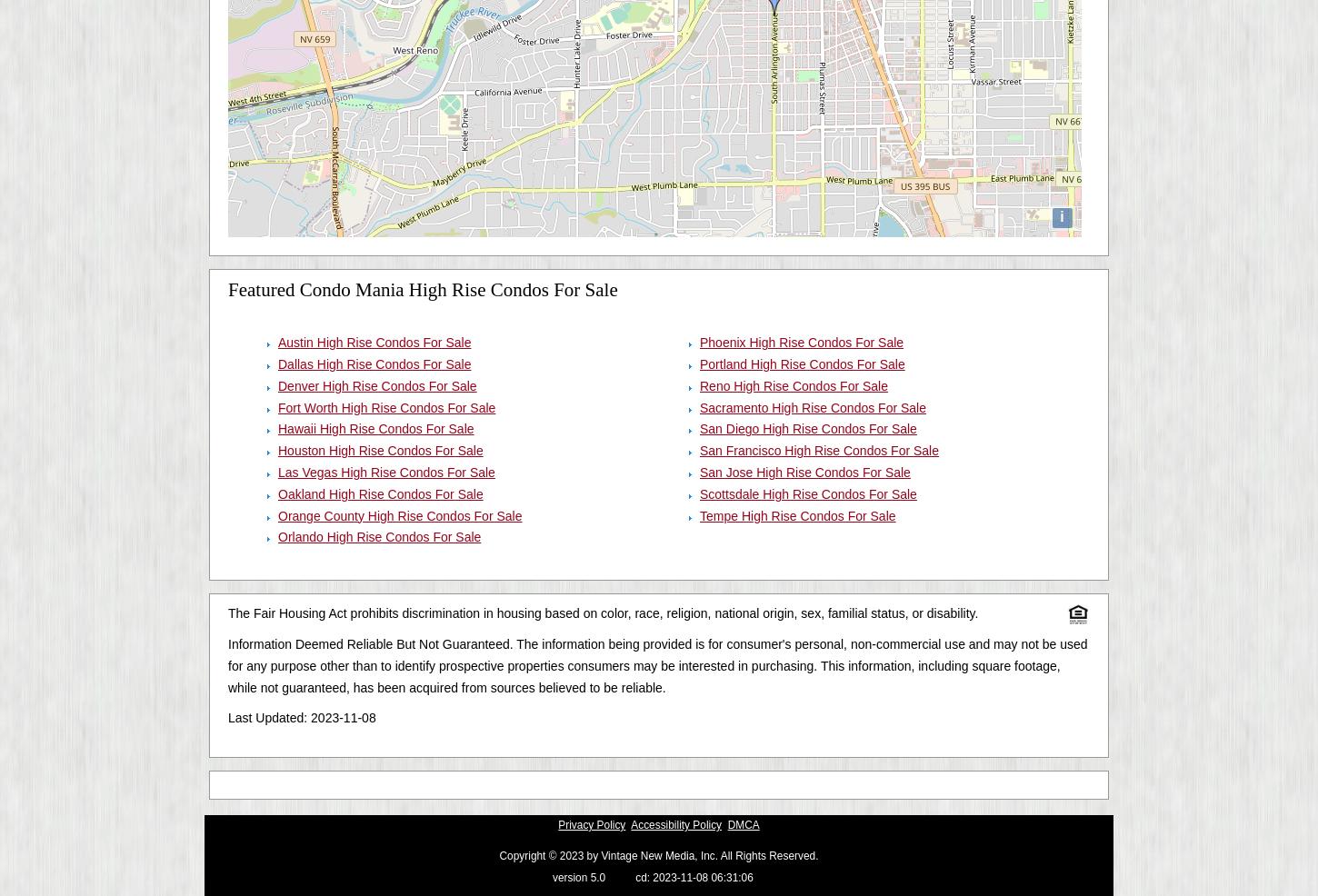  I want to click on 'Portland High Rise Condos For Sale', so click(801, 363).